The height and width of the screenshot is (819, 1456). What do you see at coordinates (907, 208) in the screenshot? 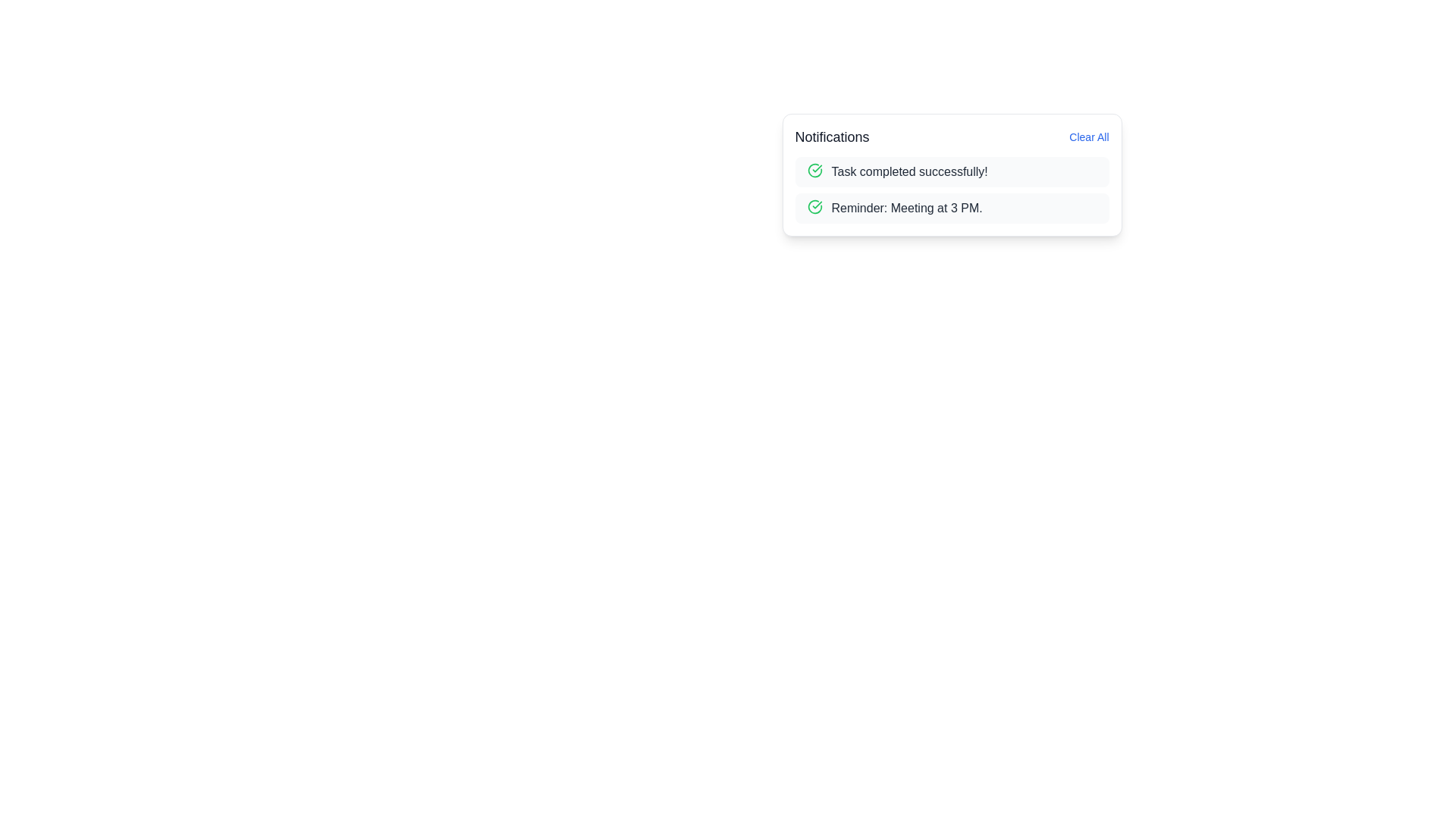
I see `the text label displaying 'Reminder: Meeting at 3 PM.' which is located in the second notification of the notifications list, to the right of a green check icon` at bounding box center [907, 208].